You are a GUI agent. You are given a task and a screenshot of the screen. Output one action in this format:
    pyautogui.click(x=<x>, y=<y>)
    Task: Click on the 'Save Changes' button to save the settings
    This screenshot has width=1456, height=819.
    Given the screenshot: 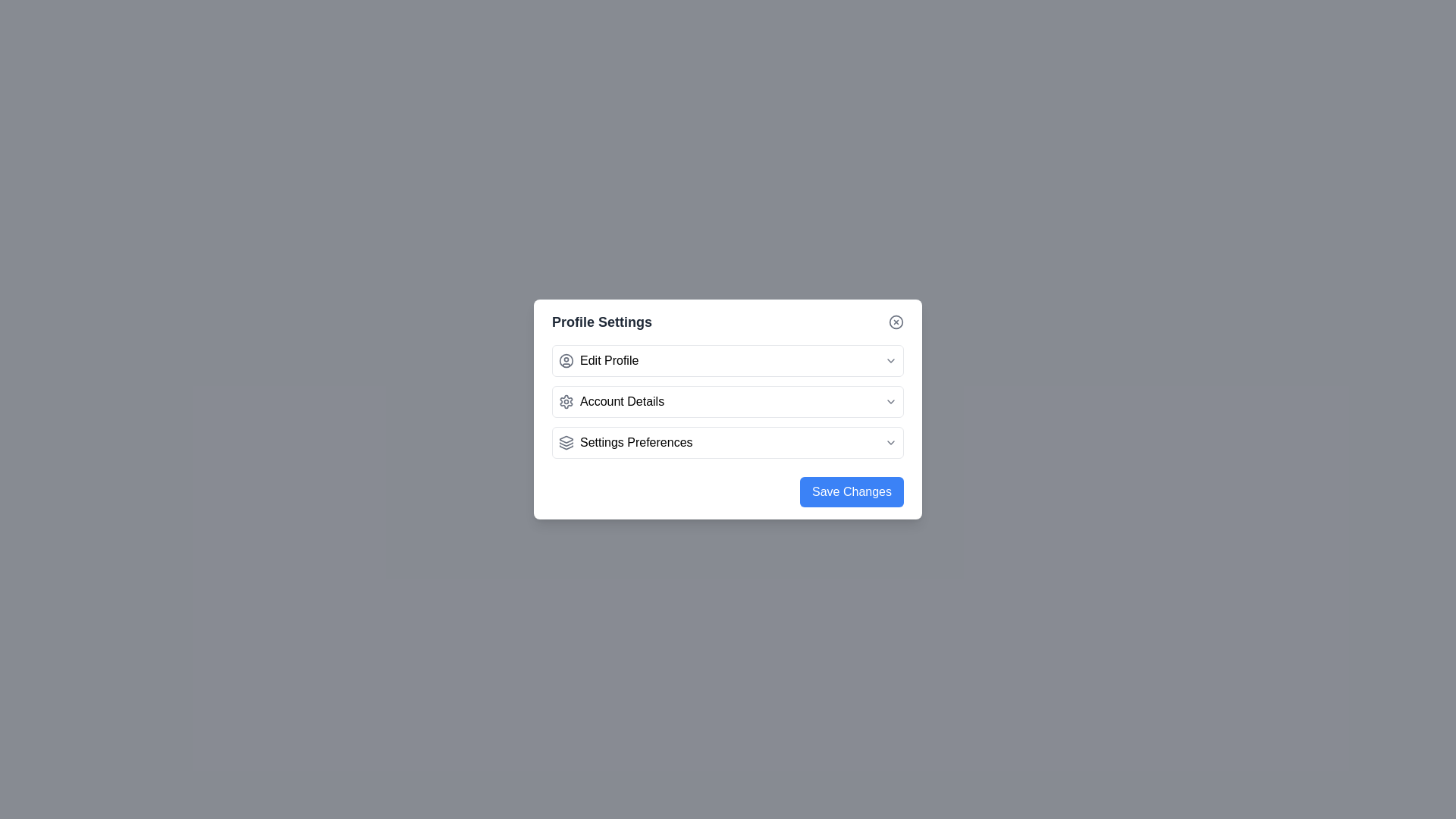 What is the action you would take?
    pyautogui.click(x=852, y=491)
    